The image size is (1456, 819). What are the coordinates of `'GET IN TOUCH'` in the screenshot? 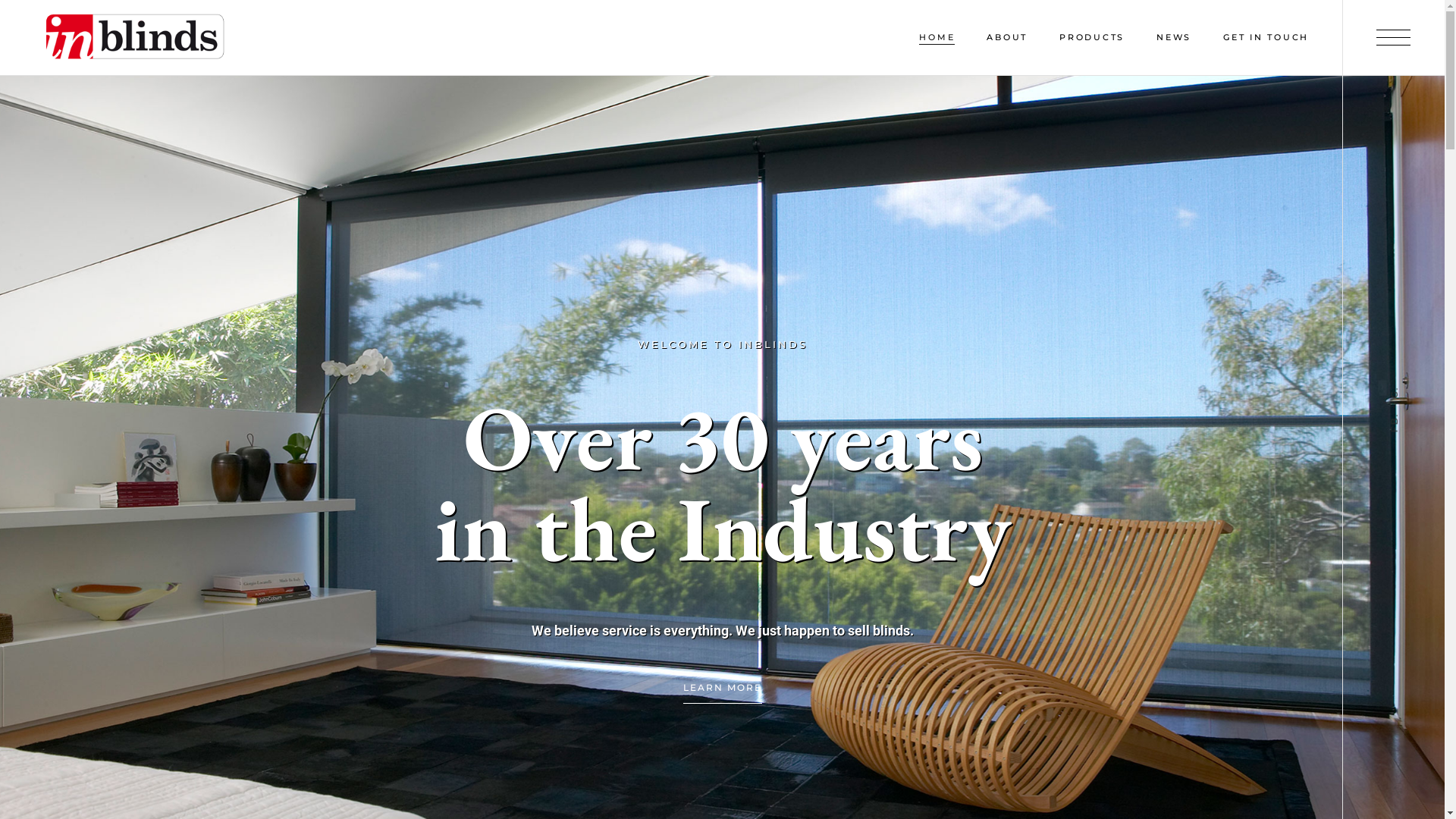 It's located at (1266, 36).